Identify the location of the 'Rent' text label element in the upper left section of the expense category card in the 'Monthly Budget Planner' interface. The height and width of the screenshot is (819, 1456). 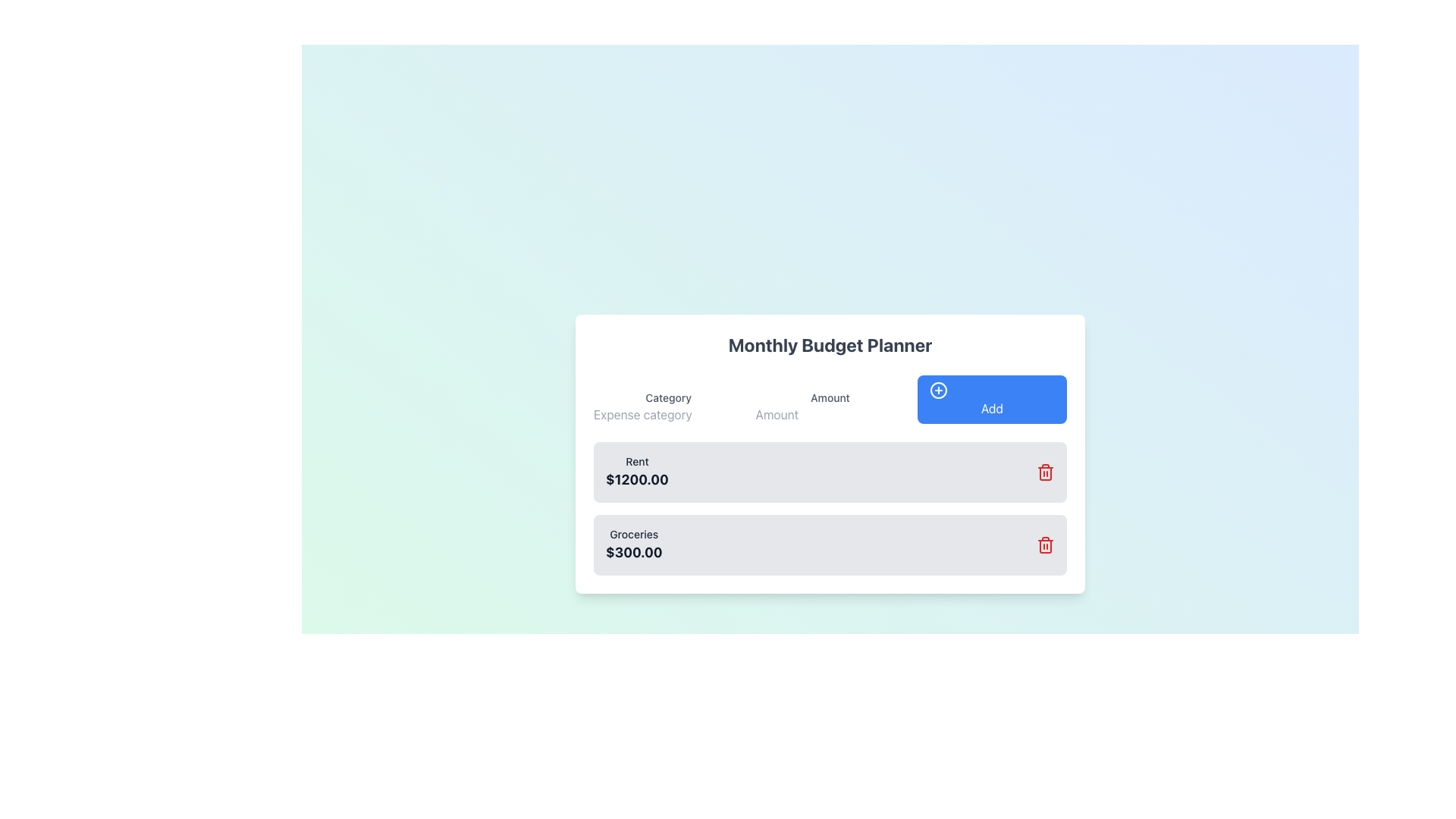
(637, 461).